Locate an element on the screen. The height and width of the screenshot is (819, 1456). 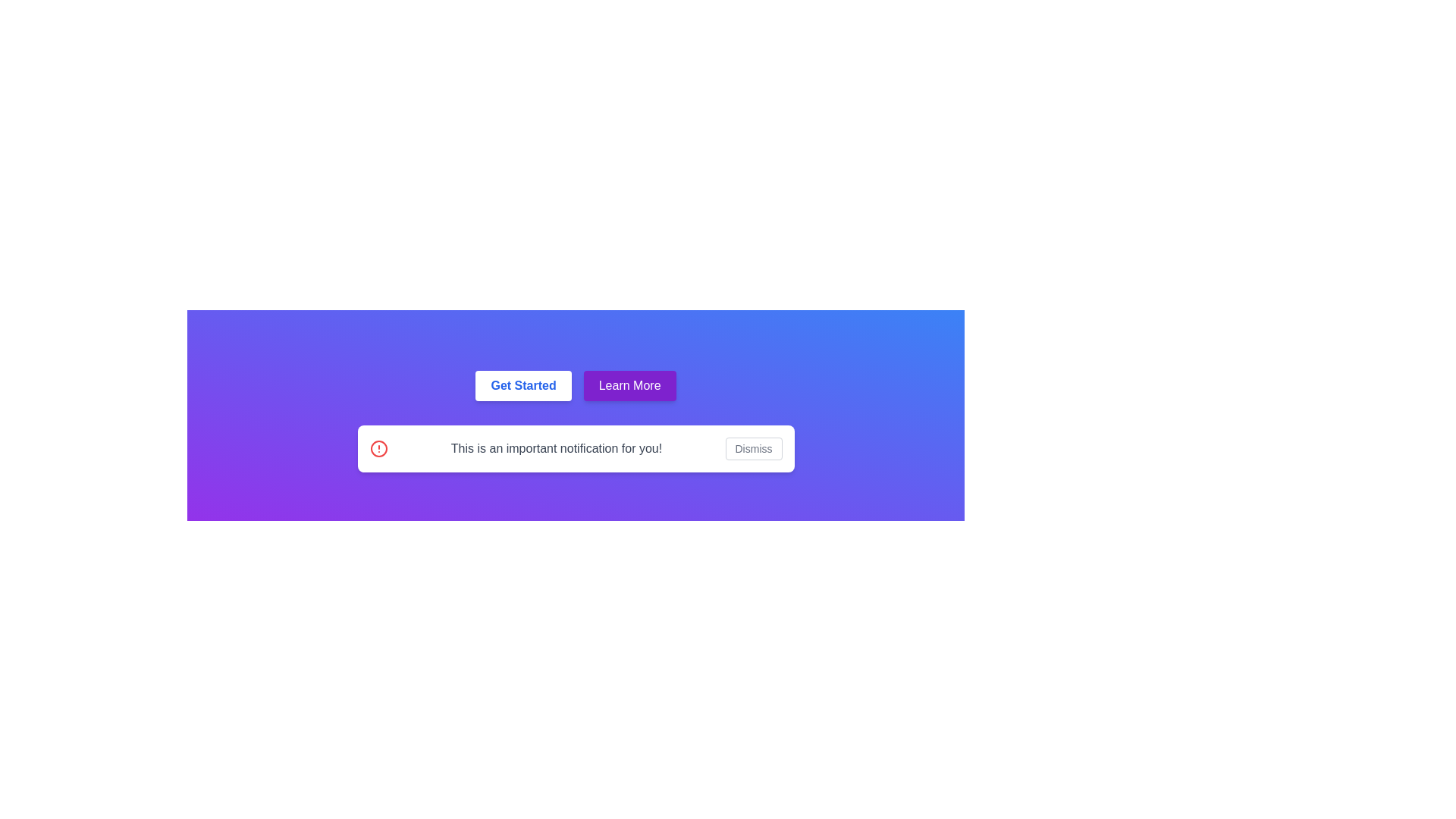
the main circular part of the red notification icon that represents an alert or notification, located to the left of the notification text is located at coordinates (378, 447).